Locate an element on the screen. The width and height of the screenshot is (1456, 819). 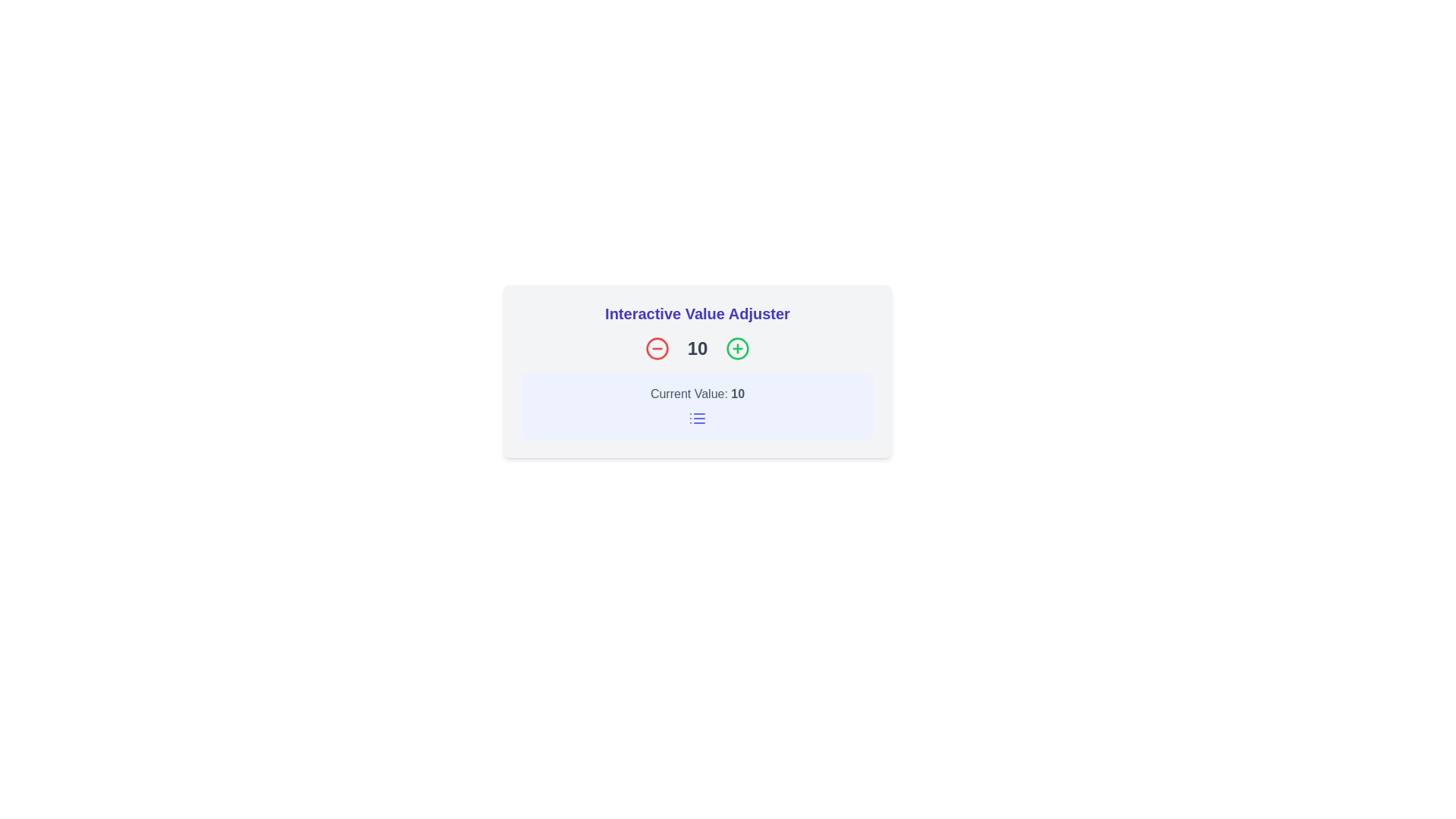
the minus icon on the graphical button is located at coordinates (657, 348).